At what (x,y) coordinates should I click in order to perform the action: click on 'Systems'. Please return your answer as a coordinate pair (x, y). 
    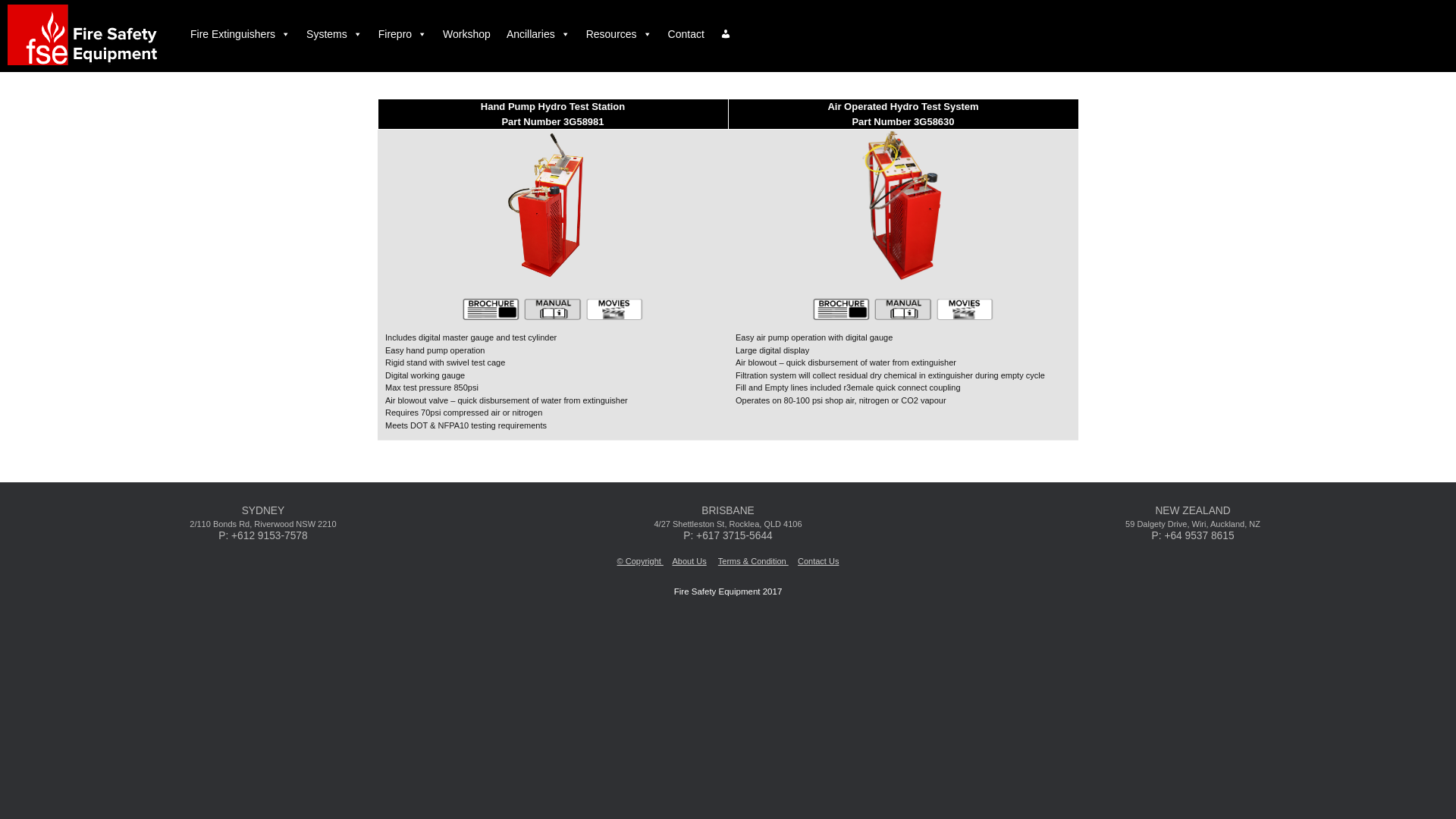
    Looking at the image, I should click on (298, 34).